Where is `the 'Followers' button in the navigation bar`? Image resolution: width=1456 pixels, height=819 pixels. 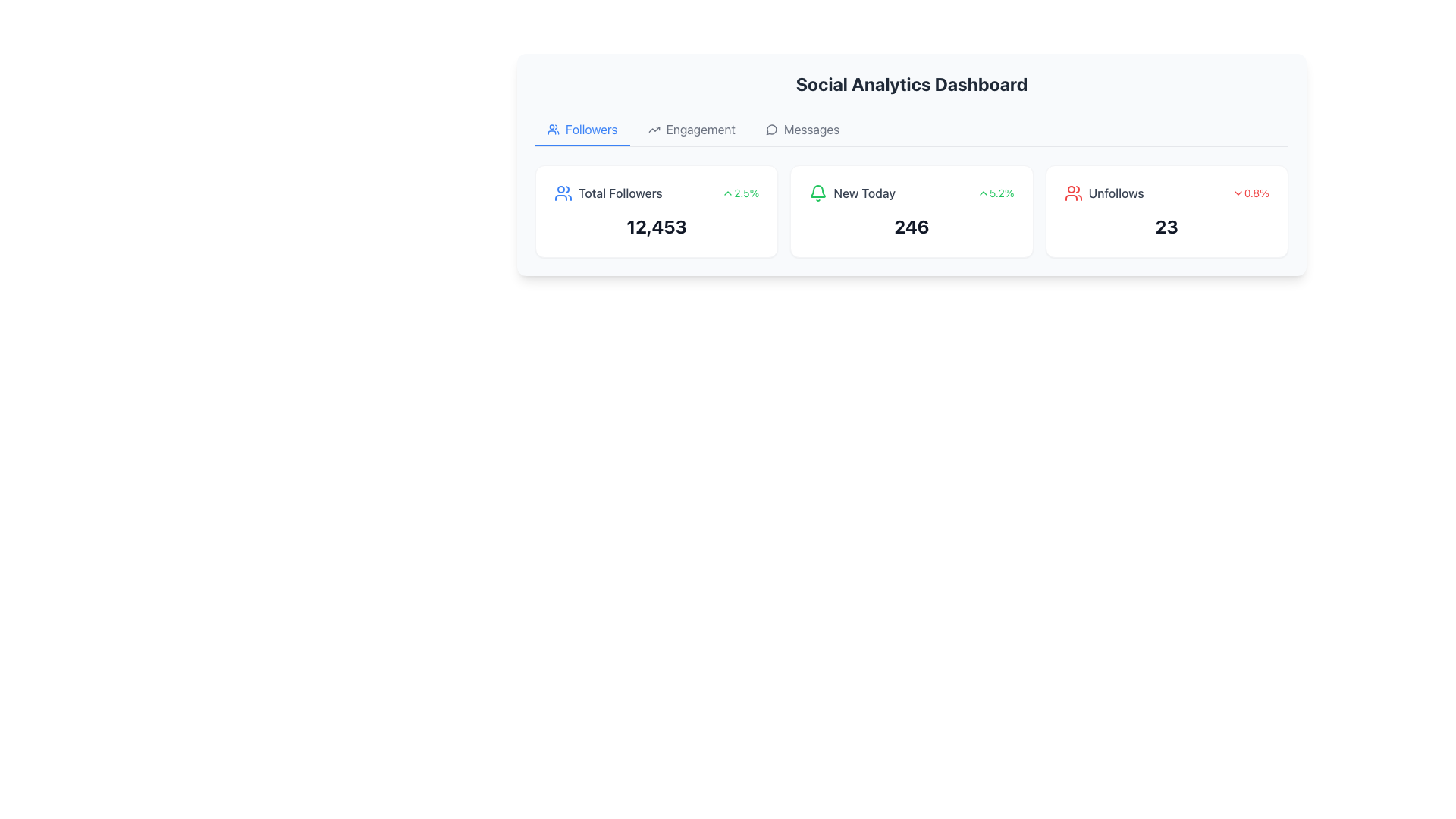
the 'Followers' button in the navigation bar is located at coordinates (582, 130).